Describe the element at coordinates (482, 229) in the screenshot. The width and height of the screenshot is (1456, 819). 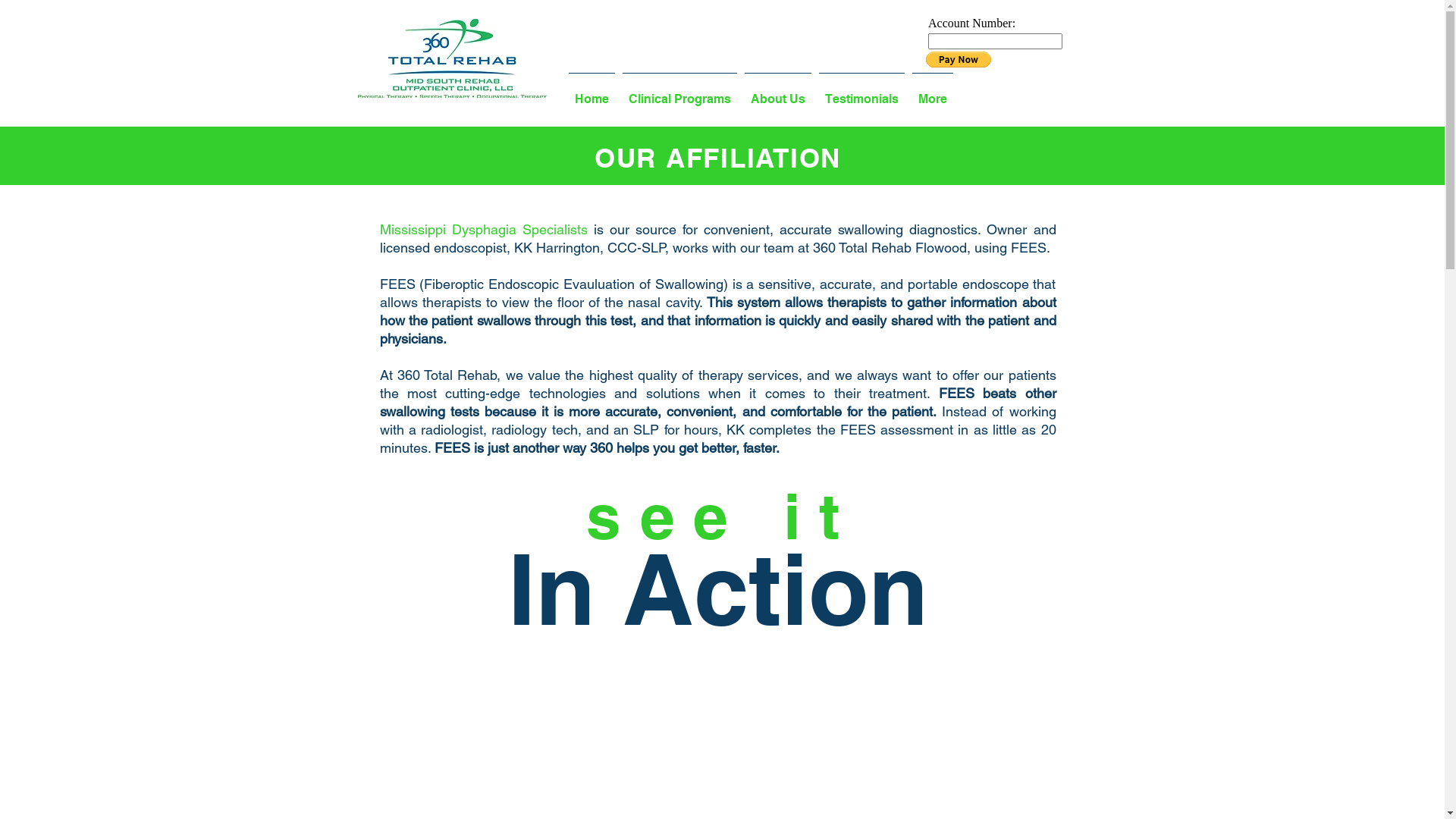
I see `'Mississippi Dysphagia Specialists'` at that location.